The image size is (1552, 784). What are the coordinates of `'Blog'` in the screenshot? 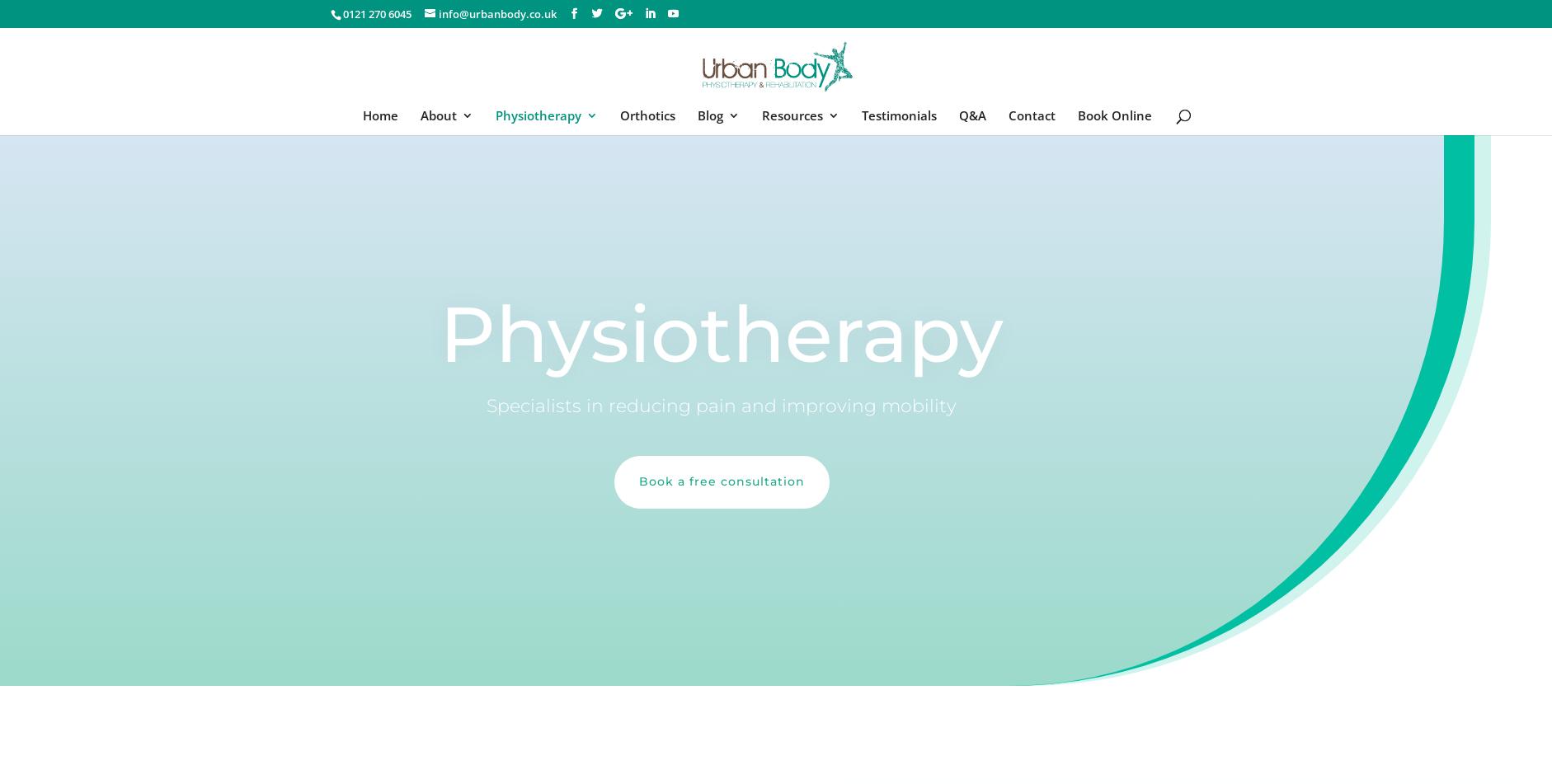 It's located at (710, 115).